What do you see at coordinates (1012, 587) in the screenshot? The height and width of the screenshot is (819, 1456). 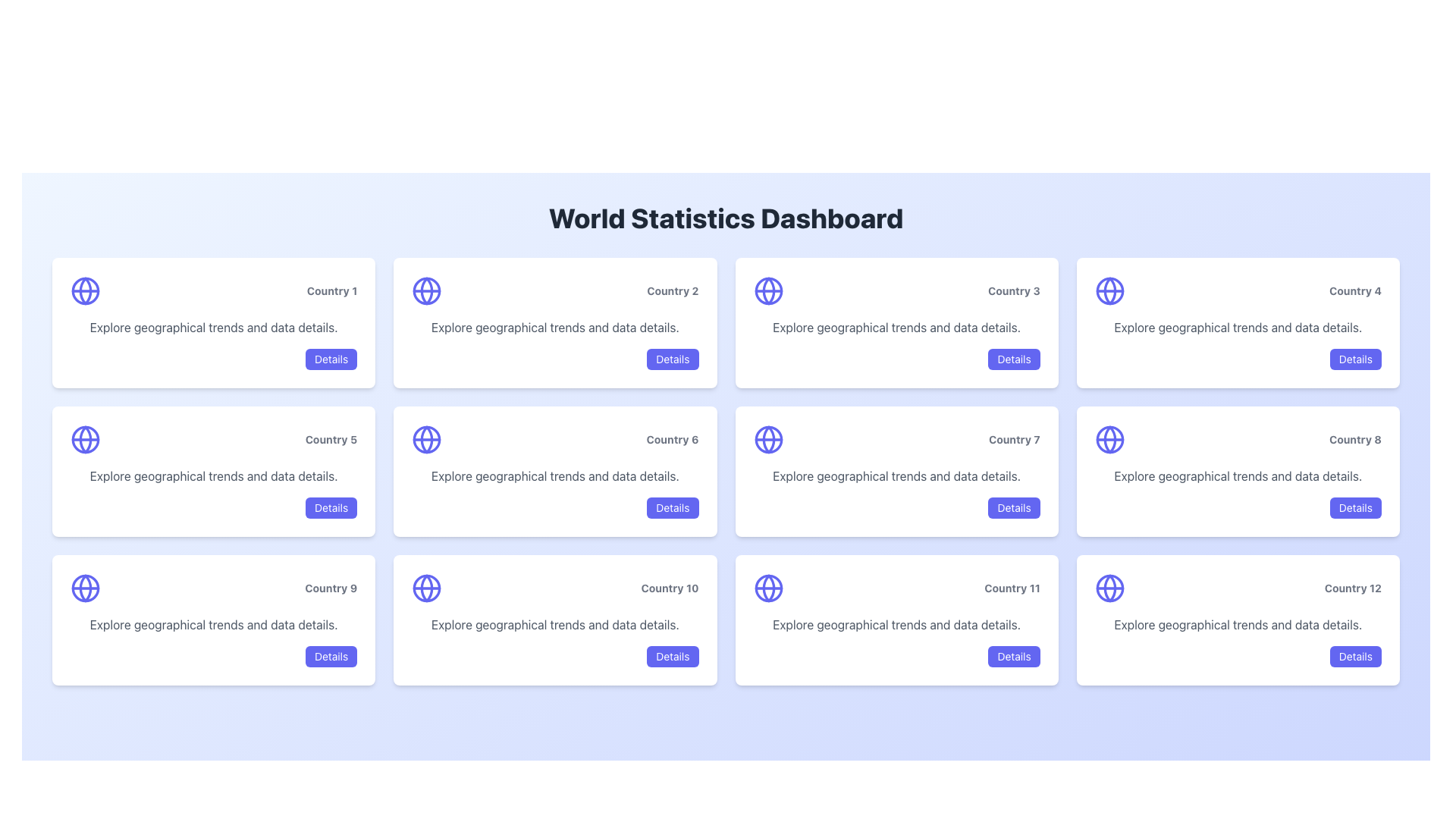 I see `the text label indicating 'Country 11', which is located in the bottom row of the card grid, specifically the second card from the left, positioned to the right of the globe icon and above the 'Details' button` at bounding box center [1012, 587].